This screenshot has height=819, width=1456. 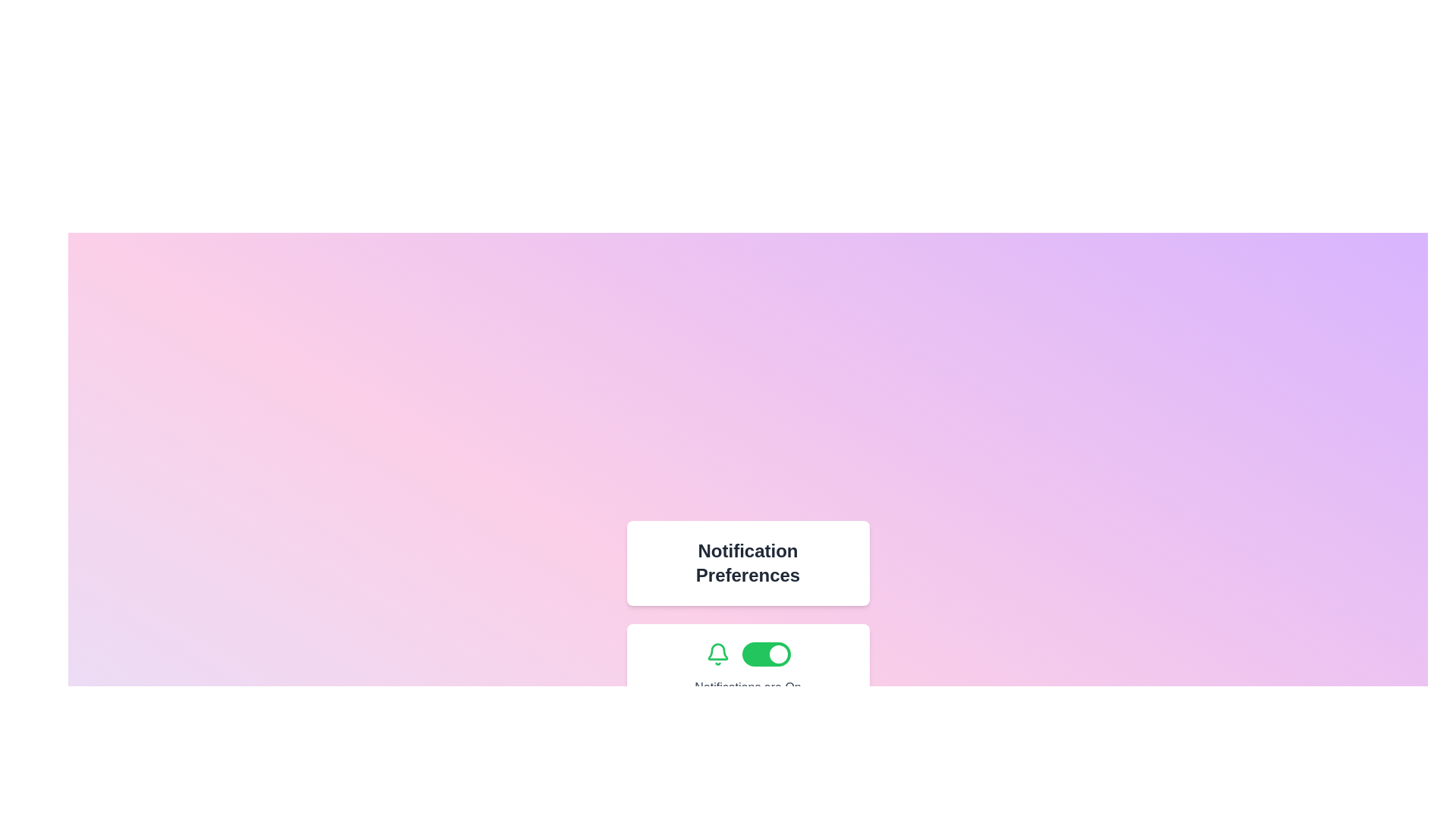 What do you see at coordinates (717, 654) in the screenshot?
I see `the bell notification icon located on the left side of a group of three items, indicating the presence of a notification feature` at bounding box center [717, 654].